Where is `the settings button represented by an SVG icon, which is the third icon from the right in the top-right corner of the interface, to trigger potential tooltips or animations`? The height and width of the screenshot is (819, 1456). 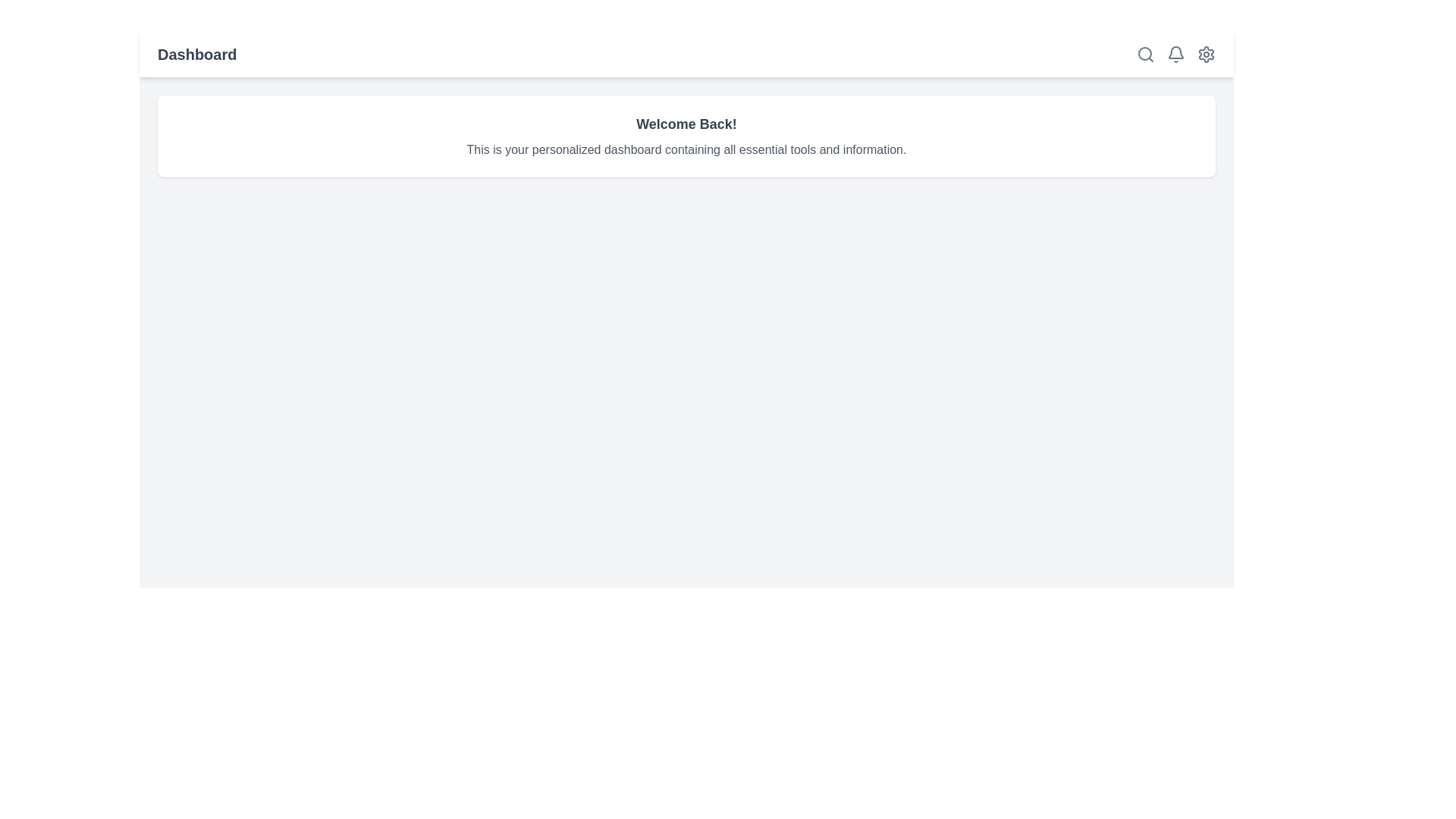 the settings button represented by an SVG icon, which is the third icon from the right in the top-right corner of the interface, to trigger potential tooltips or animations is located at coordinates (1205, 54).